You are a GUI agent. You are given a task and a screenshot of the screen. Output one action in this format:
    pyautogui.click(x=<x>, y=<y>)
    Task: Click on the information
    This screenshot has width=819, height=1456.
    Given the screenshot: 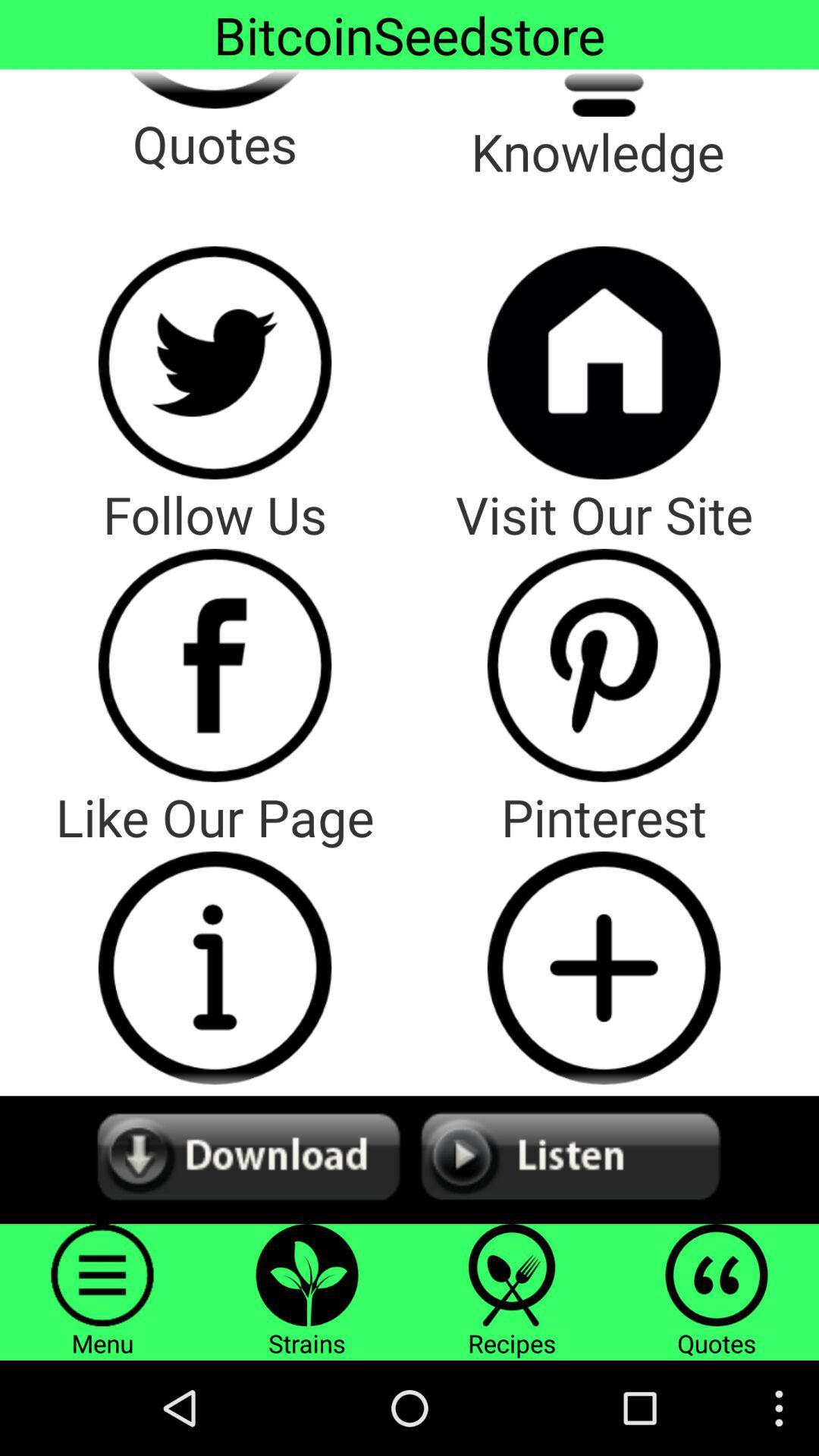 What is the action you would take?
    pyautogui.click(x=215, y=967)
    